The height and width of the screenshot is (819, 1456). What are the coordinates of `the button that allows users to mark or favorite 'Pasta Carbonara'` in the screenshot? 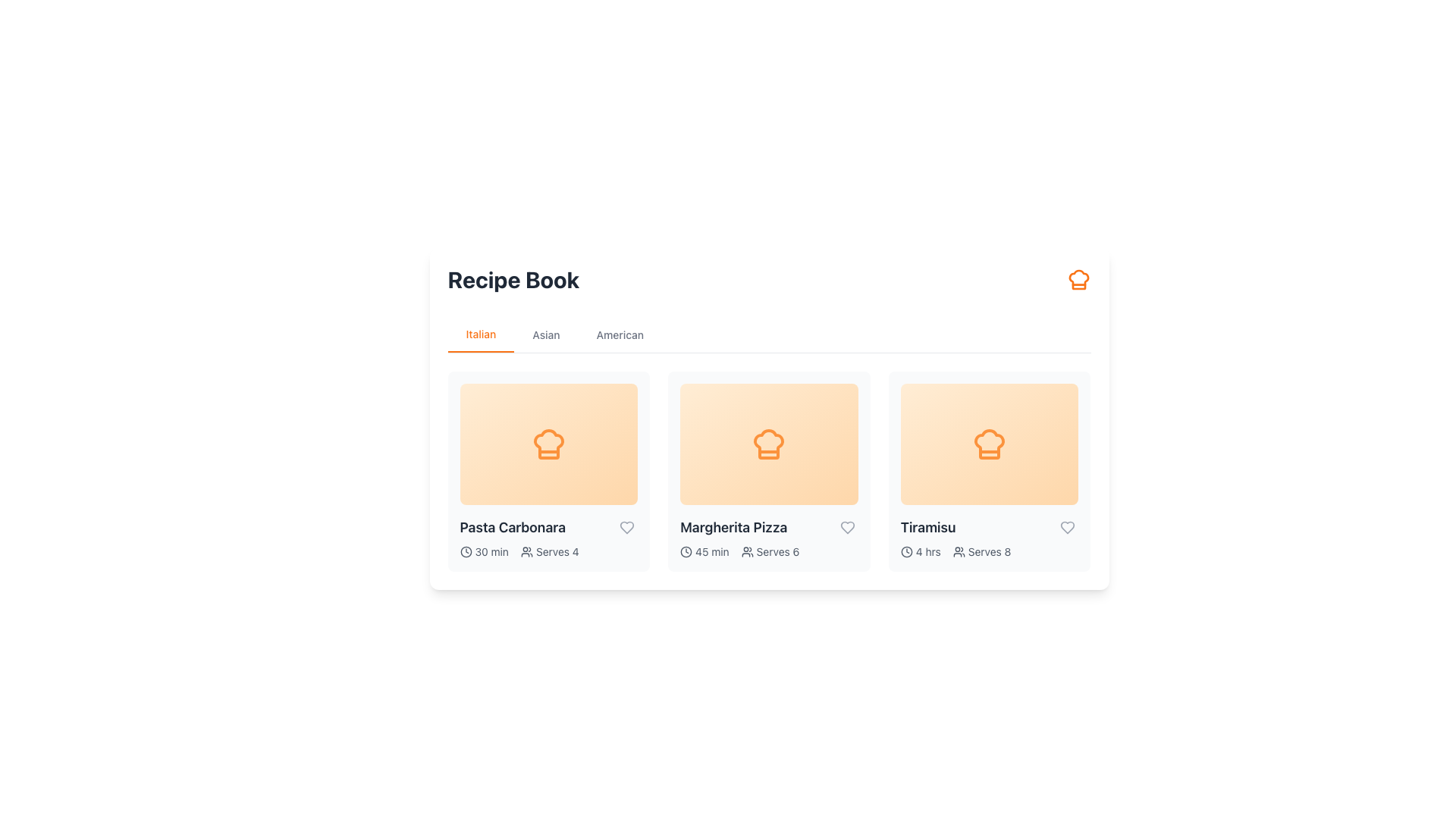 It's located at (627, 526).